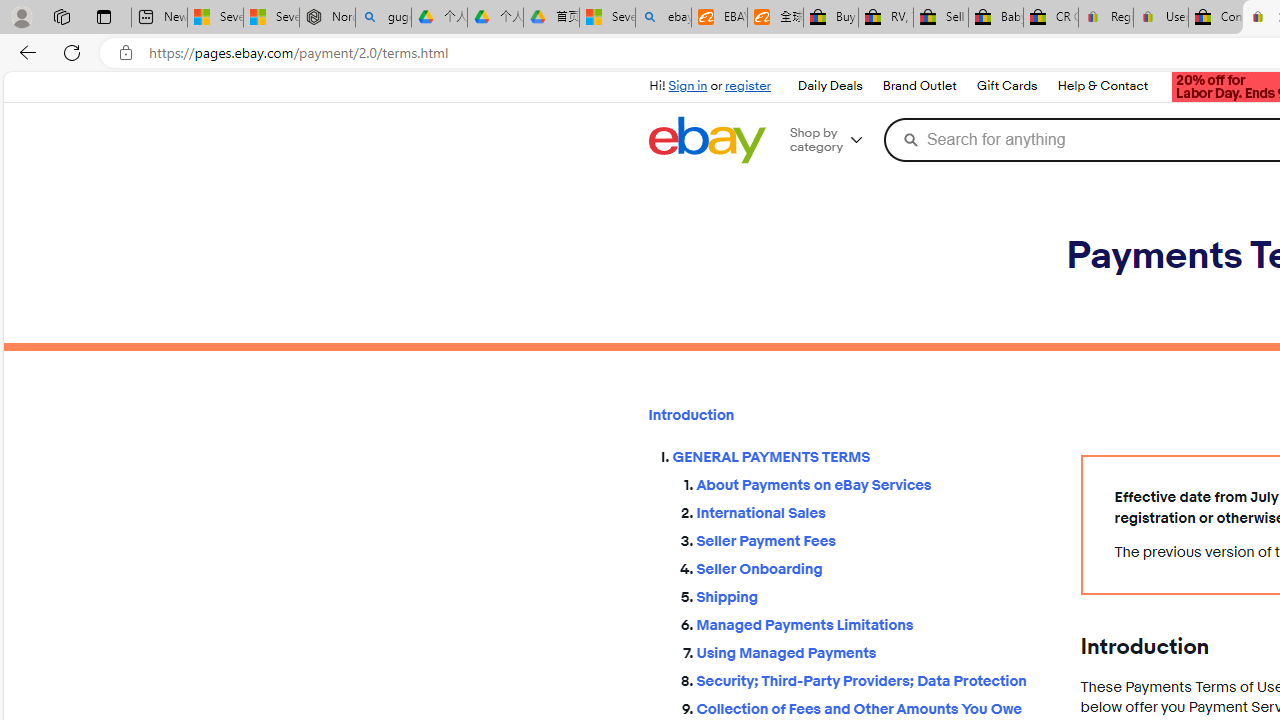  What do you see at coordinates (872, 508) in the screenshot?
I see `'International Sales'` at bounding box center [872, 508].